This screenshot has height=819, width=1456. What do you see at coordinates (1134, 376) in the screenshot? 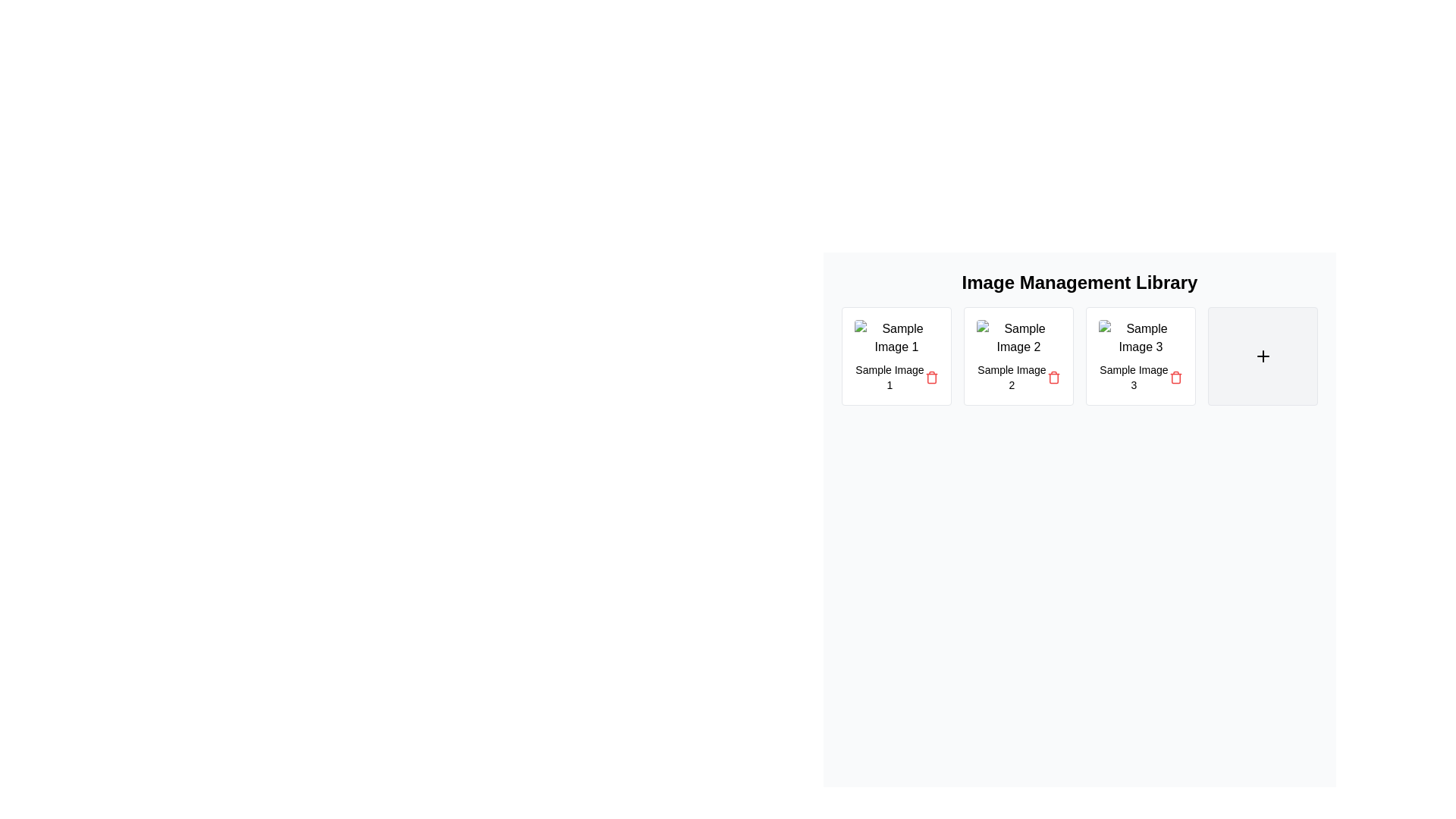
I see `text label that identifies the image thumbnail for 'Sample Image 3', located below the thumbnail and positioned as the third item in the image management library` at bounding box center [1134, 376].